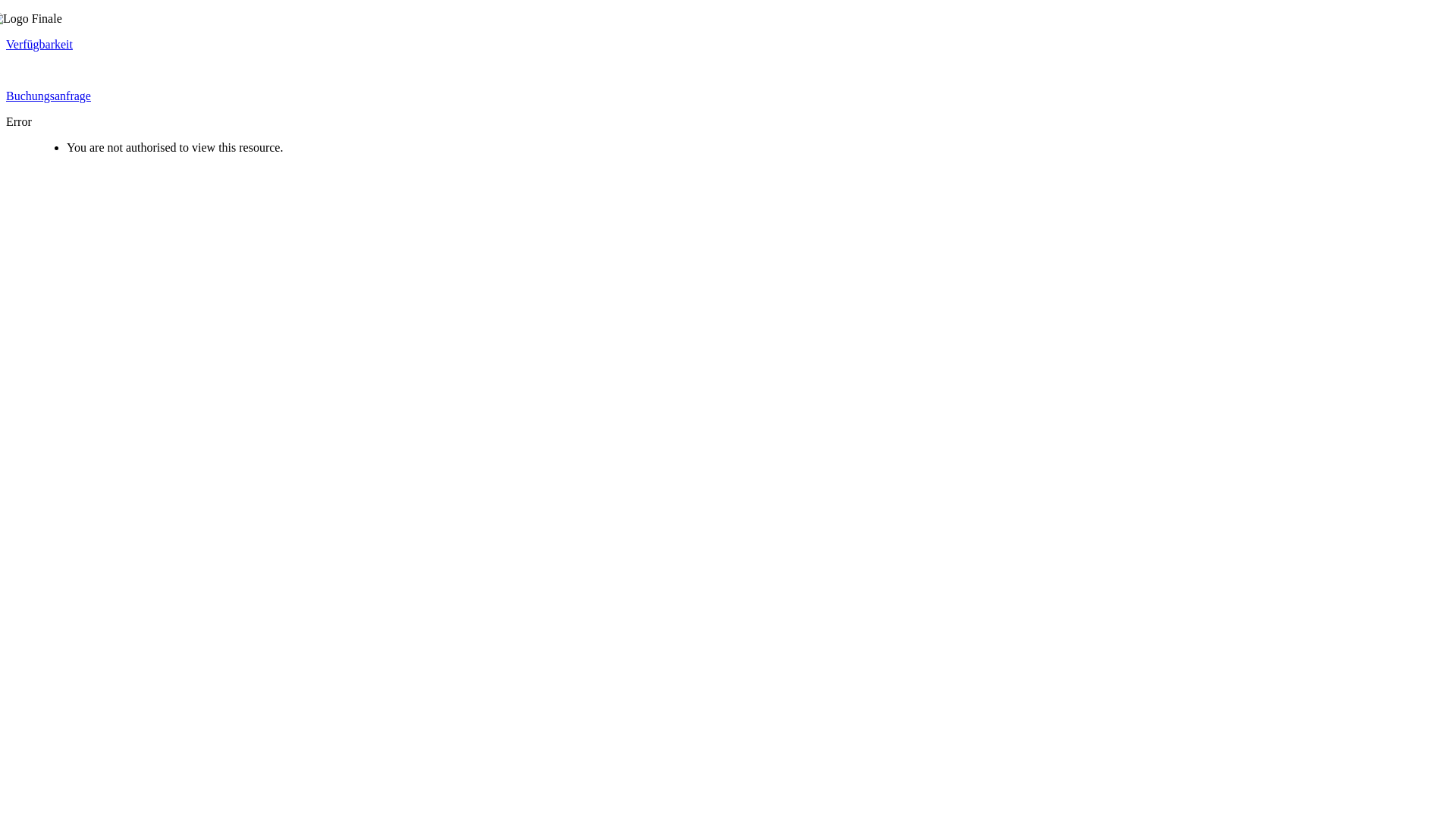 Image resolution: width=1456 pixels, height=819 pixels. Describe the element at coordinates (48, 96) in the screenshot. I see `'Buchungsanfrage'` at that location.